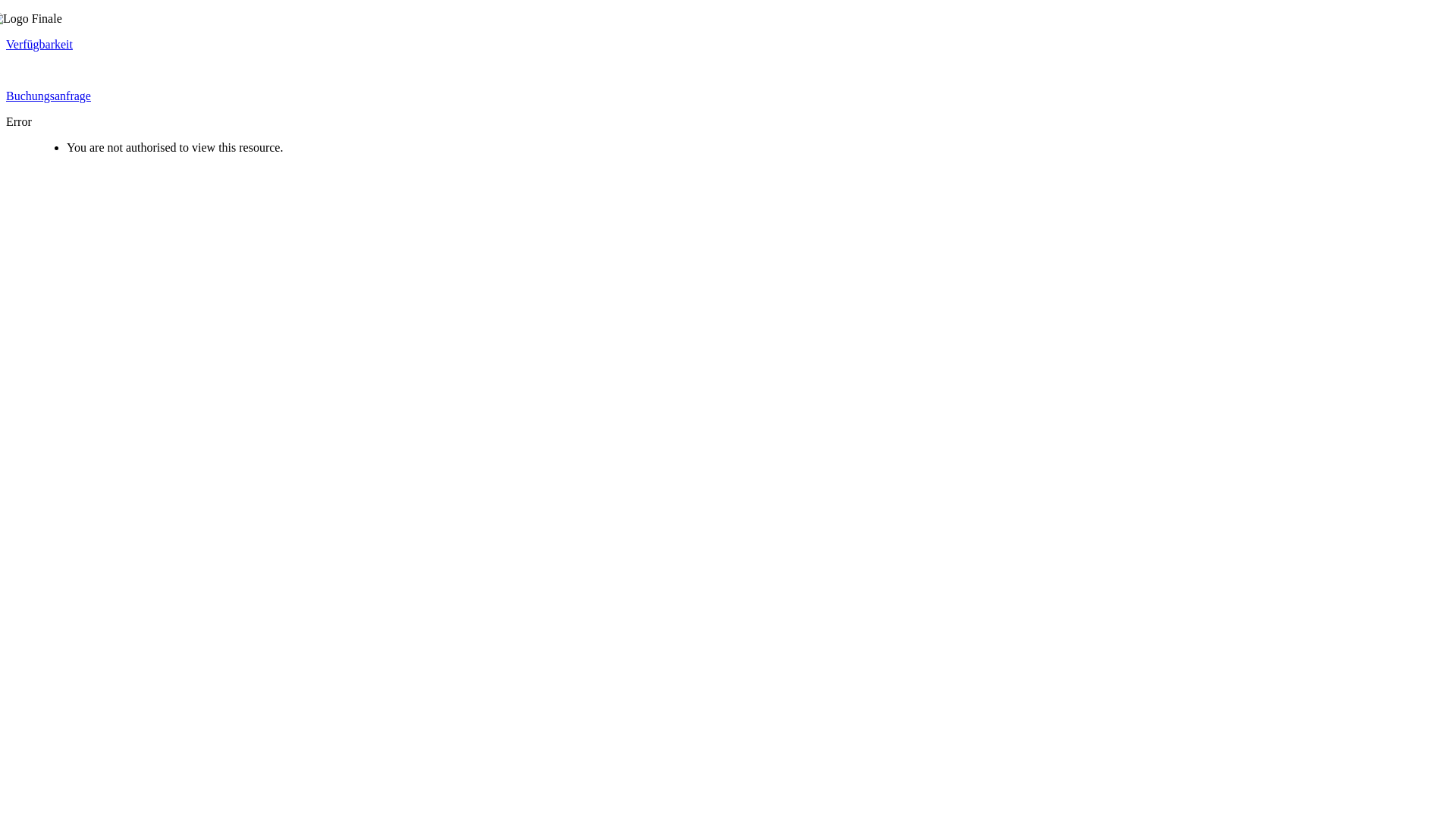 Image resolution: width=1456 pixels, height=819 pixels. Describe the element at coordinates (48, 96) in the screenshot. I see `'Buchungsanfrage'` at that location.